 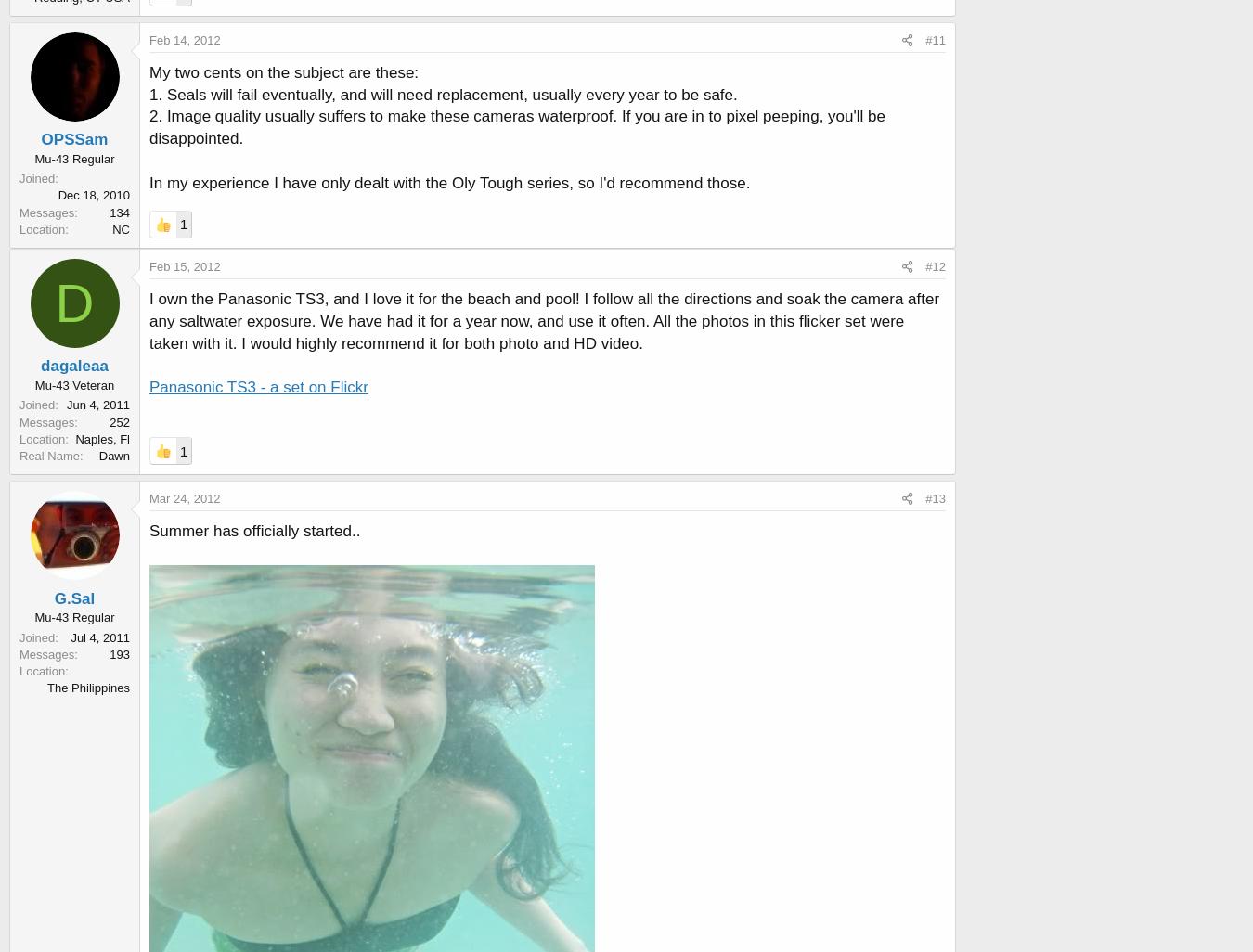 I want to click on 'In my experience I have only dealt with the Oly Tough series, so I'd recommend those.', so click(x=448, y=181).